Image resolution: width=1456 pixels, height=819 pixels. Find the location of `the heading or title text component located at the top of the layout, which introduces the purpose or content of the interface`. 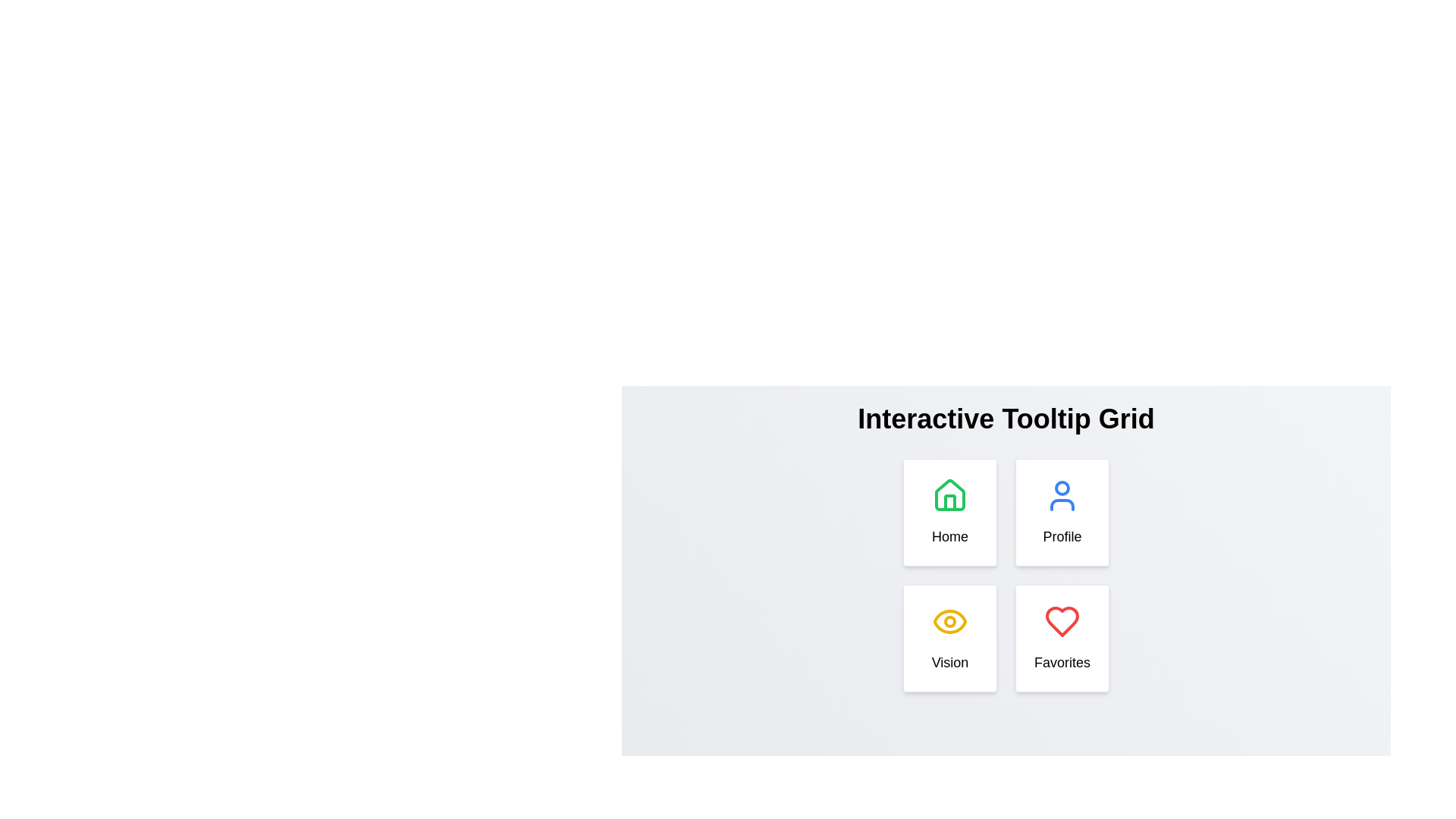

the heading or title text component located at the top of the layout, which introduces the purpose or content of the interface is located at coordinates (1006, 419).